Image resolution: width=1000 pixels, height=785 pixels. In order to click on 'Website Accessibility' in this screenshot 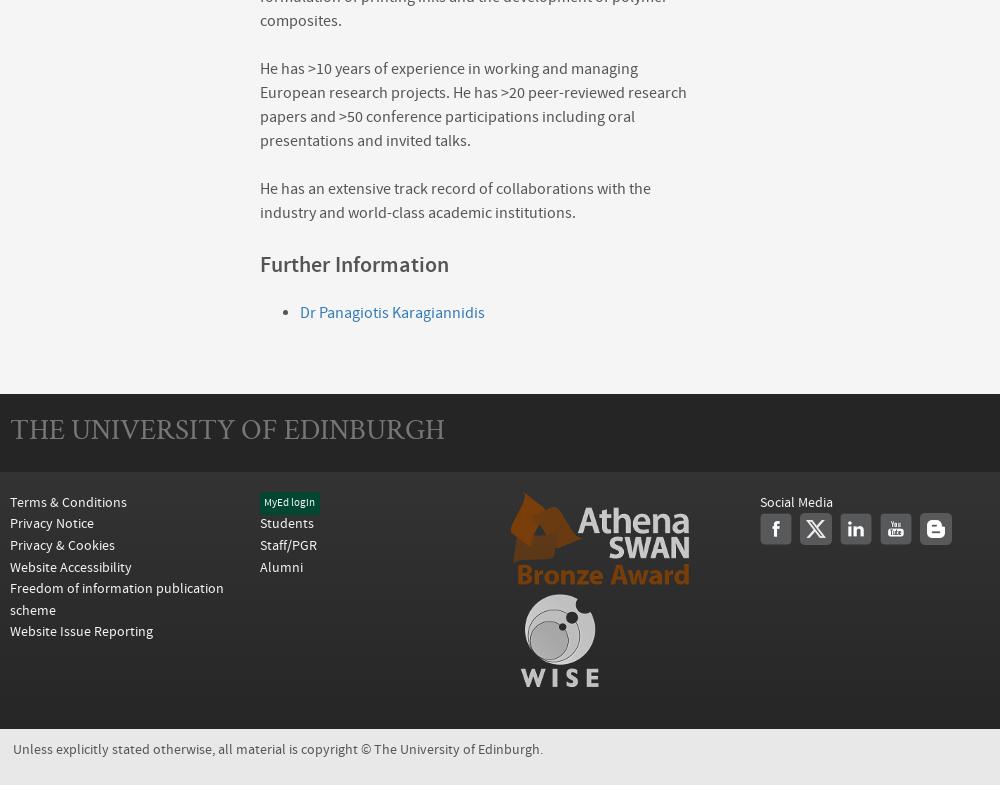, I will do `click(10, 566)`.